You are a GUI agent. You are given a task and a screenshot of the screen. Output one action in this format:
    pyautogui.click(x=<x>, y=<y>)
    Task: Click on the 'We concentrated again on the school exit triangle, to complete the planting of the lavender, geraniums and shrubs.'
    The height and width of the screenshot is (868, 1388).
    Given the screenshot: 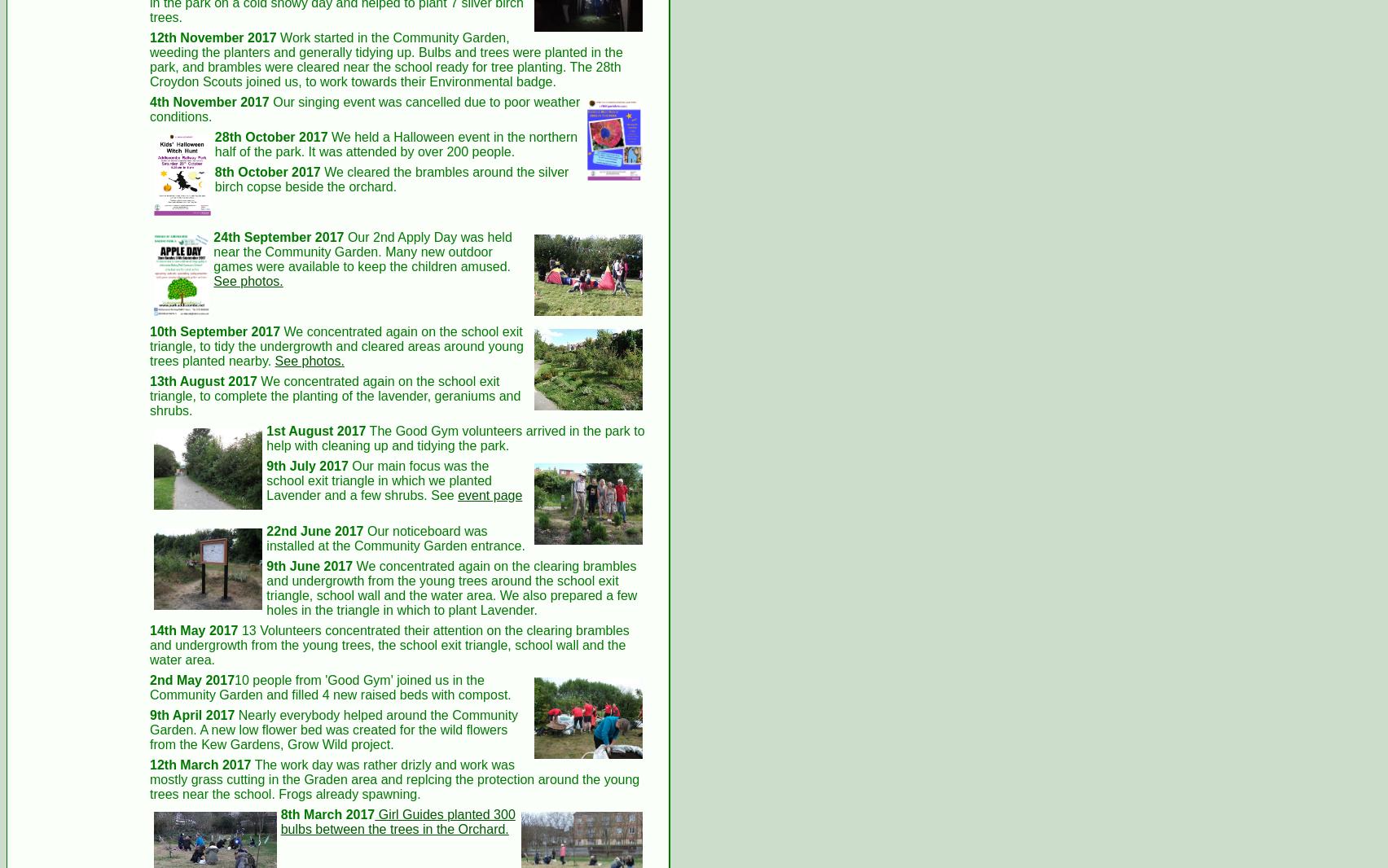 What is the action you would take?
    pyautogui.click(x=334, y=396)
    